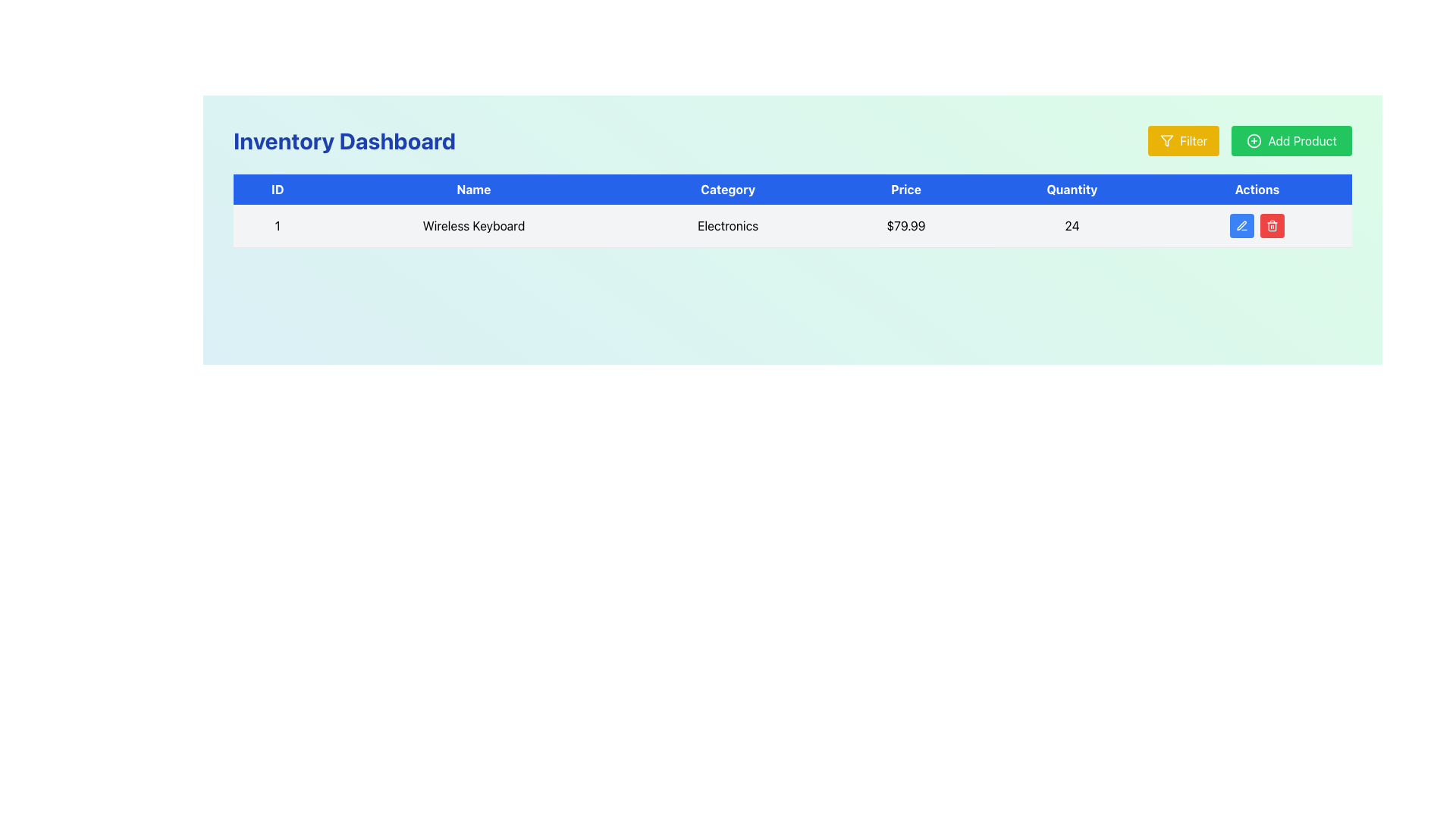  I want to click on the 'Category' text label which has white text on a blue background, located in the header bar of the table, so click(728, 189).